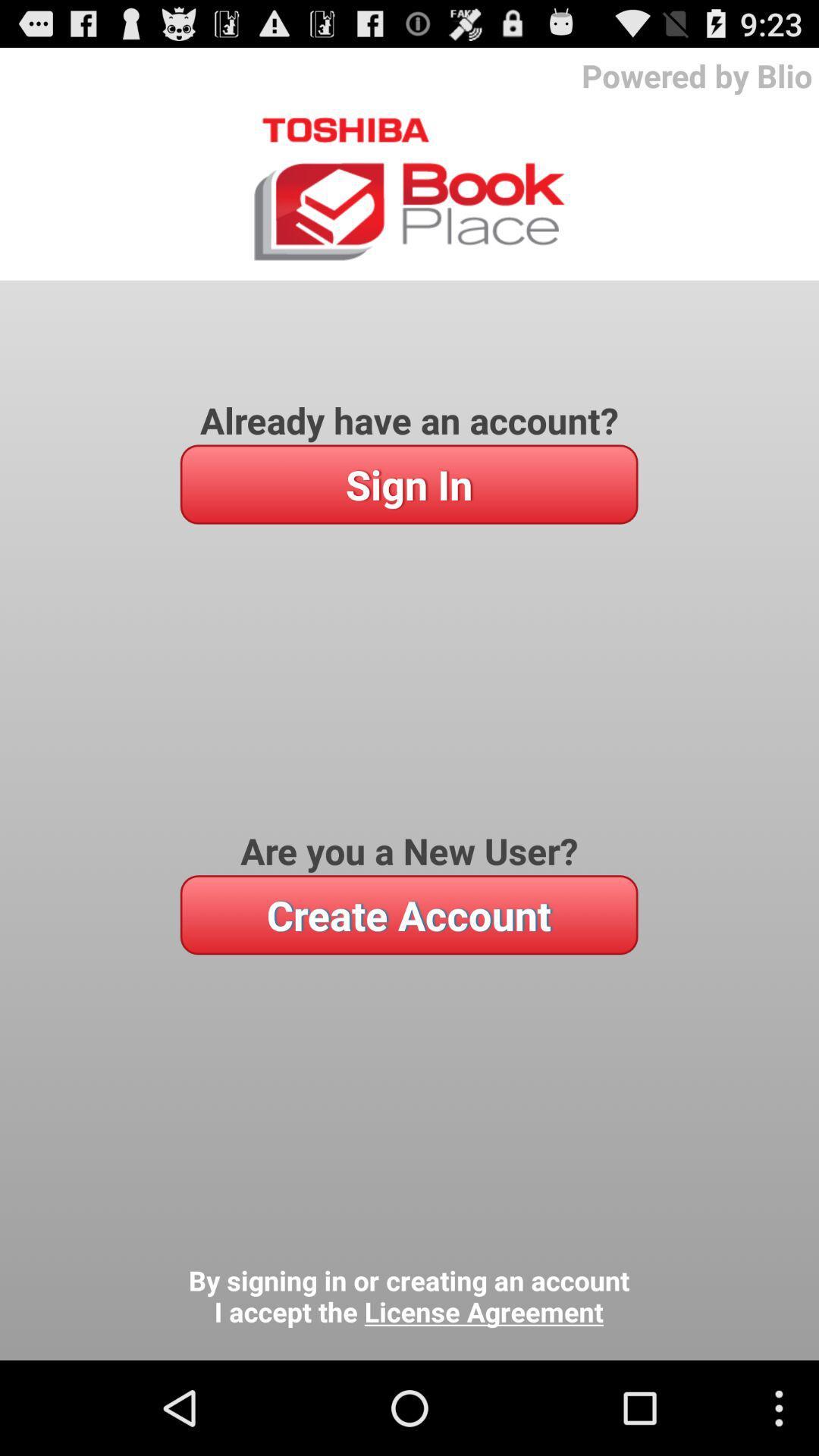 The width and height of the screenshot is (819, 1456). Describe the element at coordinates (408, 914) in the screenshot. I see `item below the are you a icon` at that location.